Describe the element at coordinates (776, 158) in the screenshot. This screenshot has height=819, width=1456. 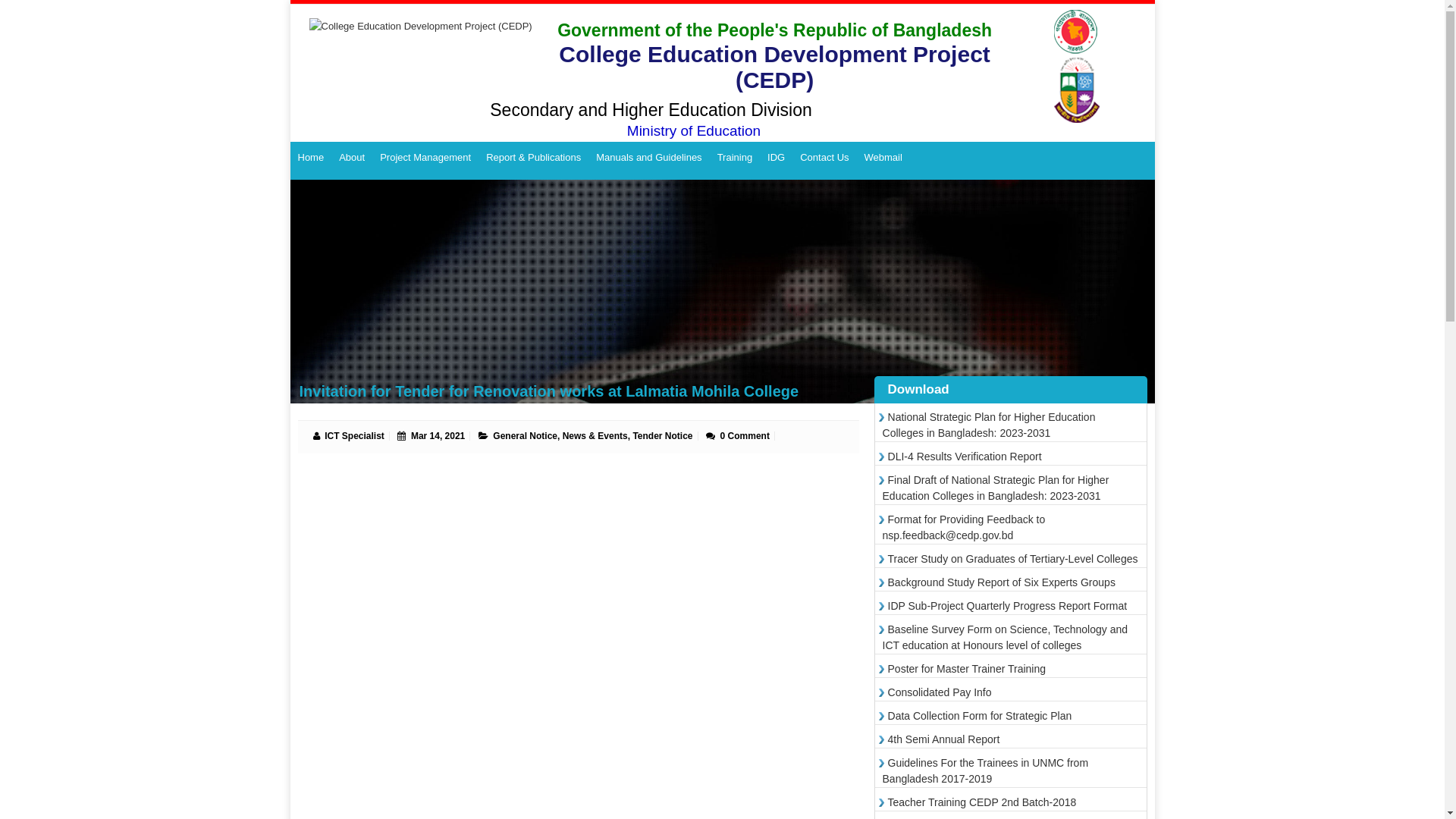
I see `'IDG'` at that location.